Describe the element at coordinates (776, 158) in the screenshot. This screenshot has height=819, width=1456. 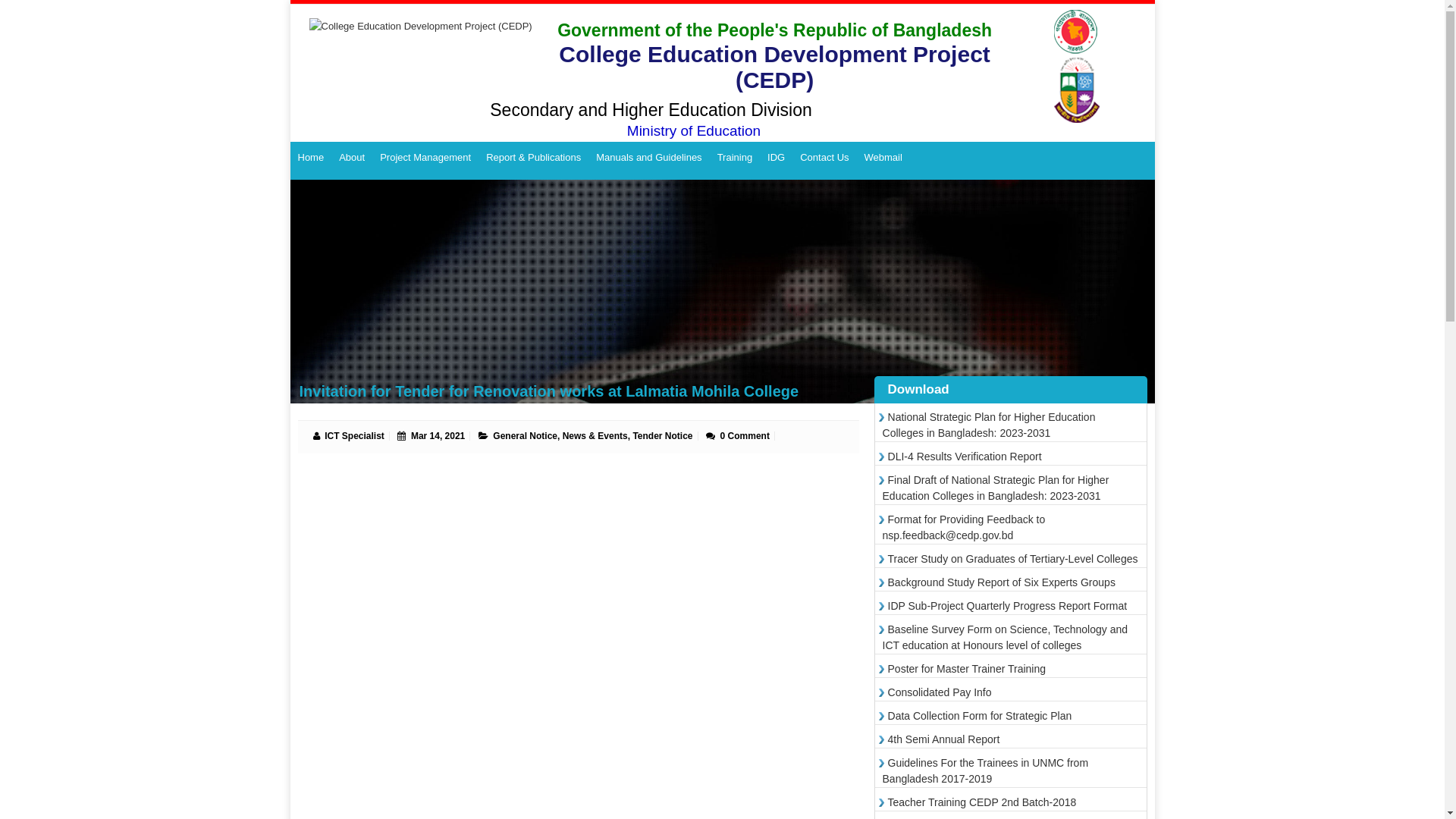
I see `'IDG'` at that location.